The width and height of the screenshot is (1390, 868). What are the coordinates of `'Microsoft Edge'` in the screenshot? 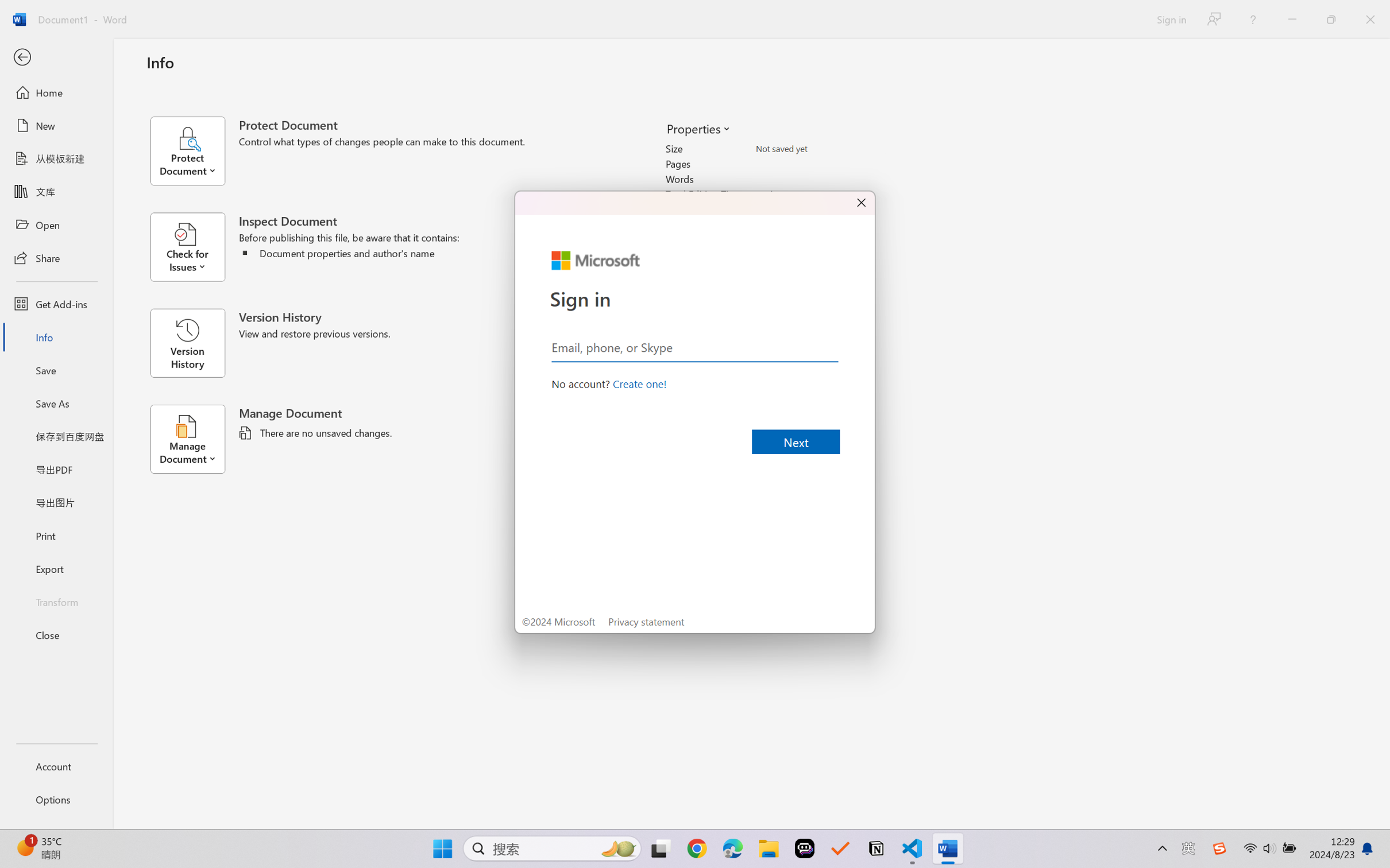 It's located at (732, 848).